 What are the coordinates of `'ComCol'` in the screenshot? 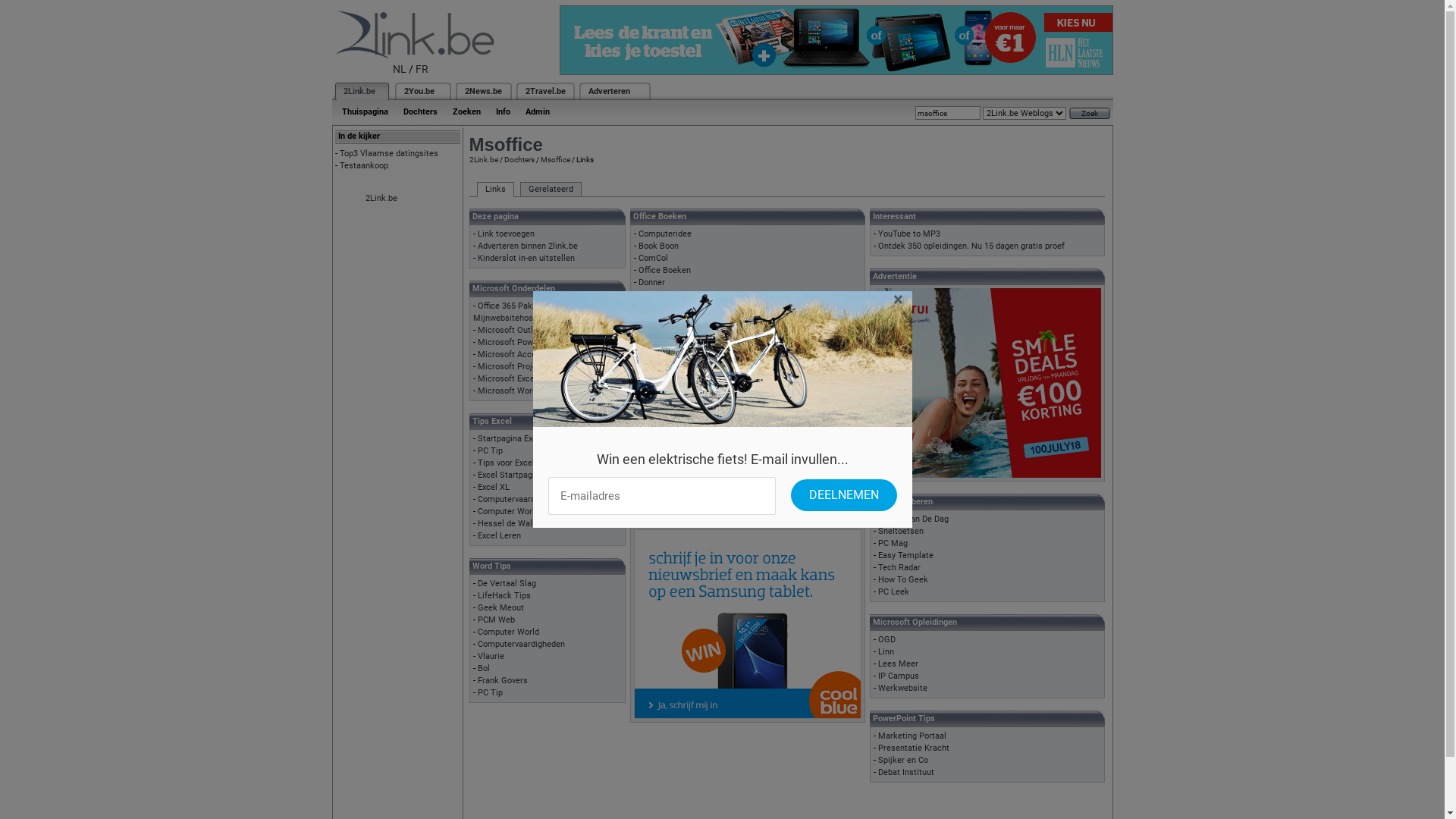 It's located at (653, 257).